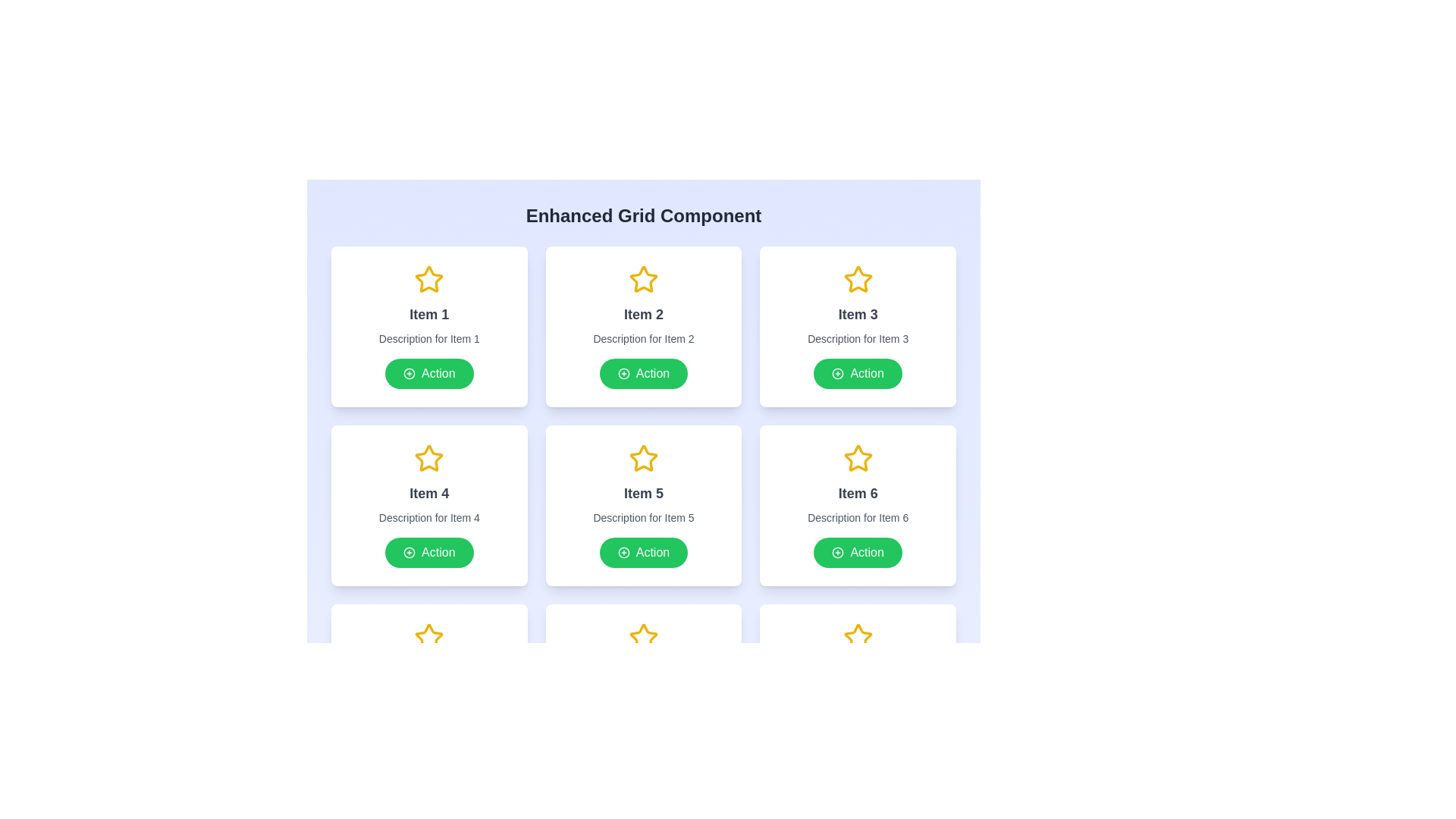  Describe the element at coordinates (858, 374) in the screenshot. I see `the green button with rounded edges displaying a white plus icon and the text 'Action' located in the card layout titled 'Item 3' in the top-right section of the grid` at that location.